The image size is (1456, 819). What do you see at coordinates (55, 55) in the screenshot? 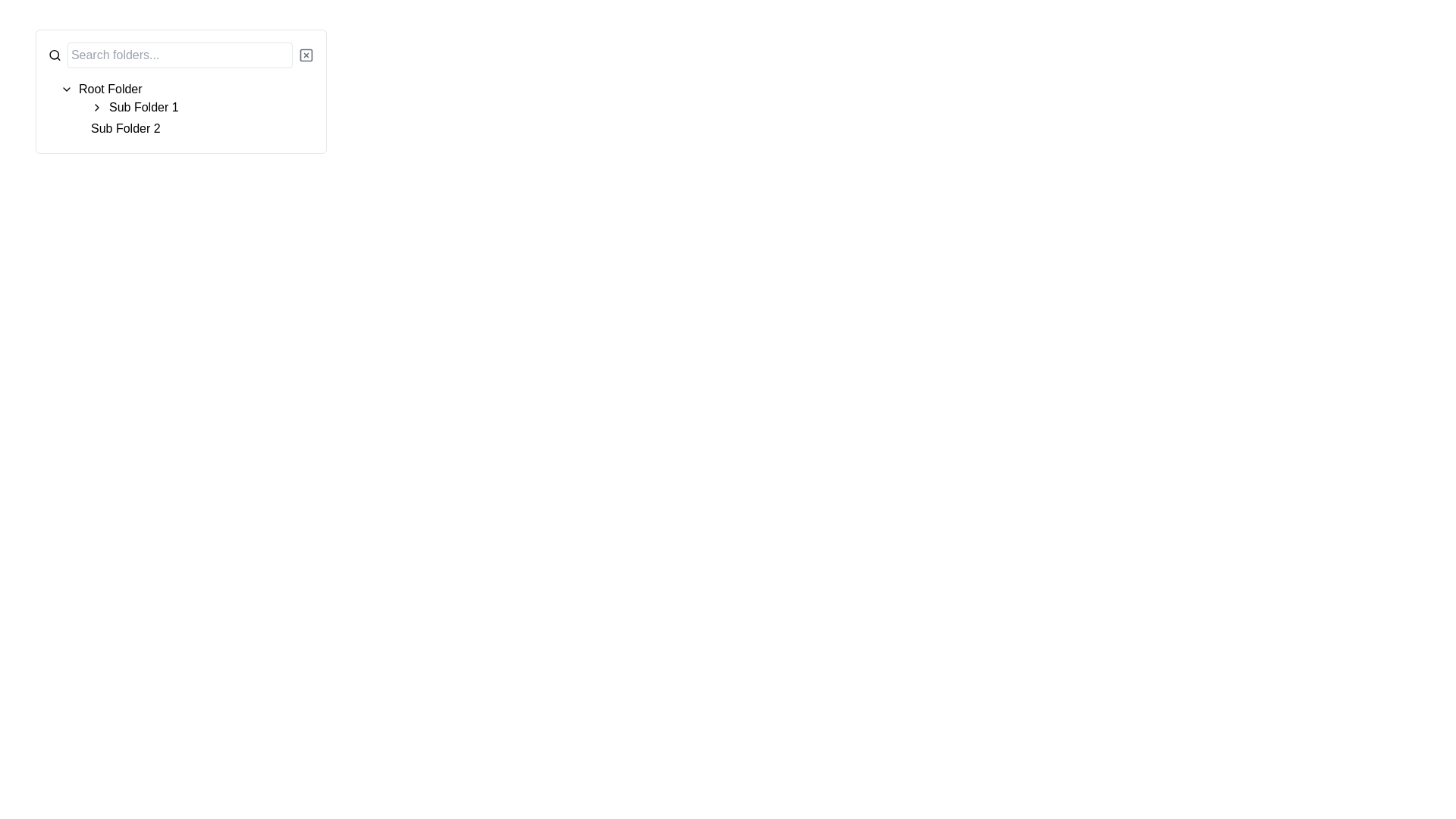
I see `the search icon (magnifying glass) located at the top-left corner of the search input area, which is positioned to the left of the text input box with the placeholder 'Search folders...'` at bounding box center [55, 55].